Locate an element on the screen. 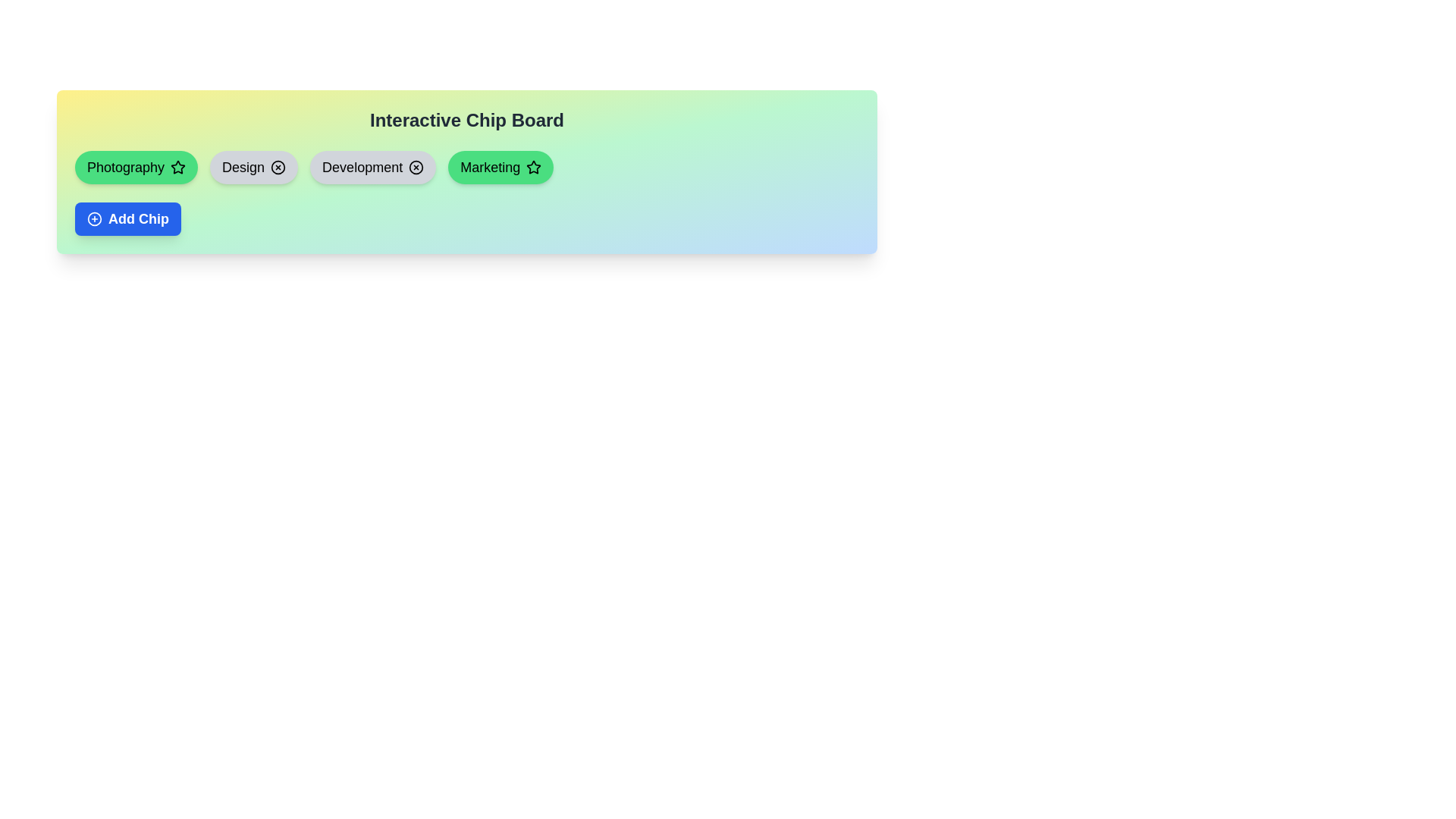 The width and height of the screenshot is (1456, 819). the Close button icon within the 'Design' chip is located at coordinates (278, 167).